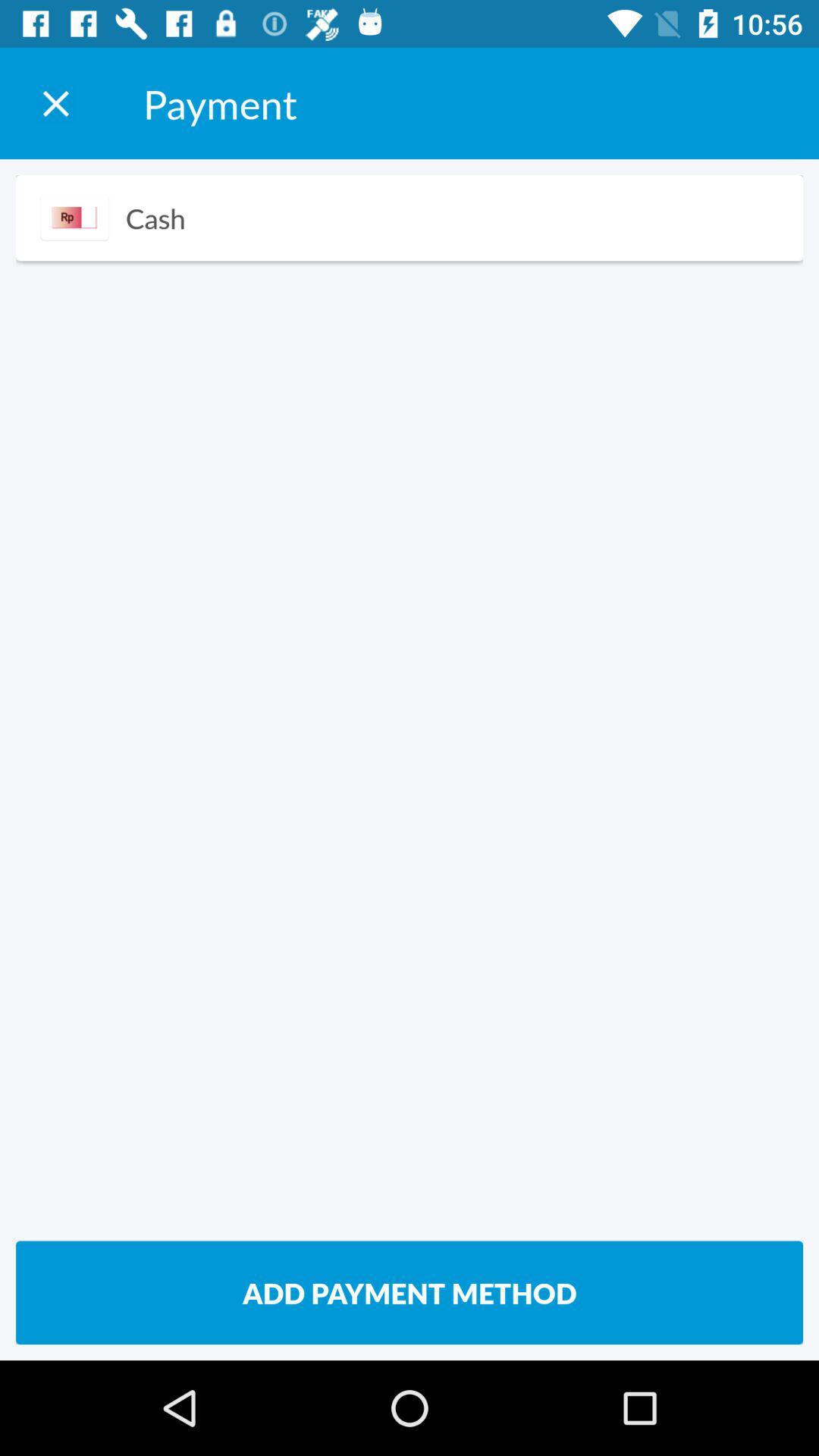 This screenshot has width=819, height=1456. I want to click on exit, so click(55, 102).